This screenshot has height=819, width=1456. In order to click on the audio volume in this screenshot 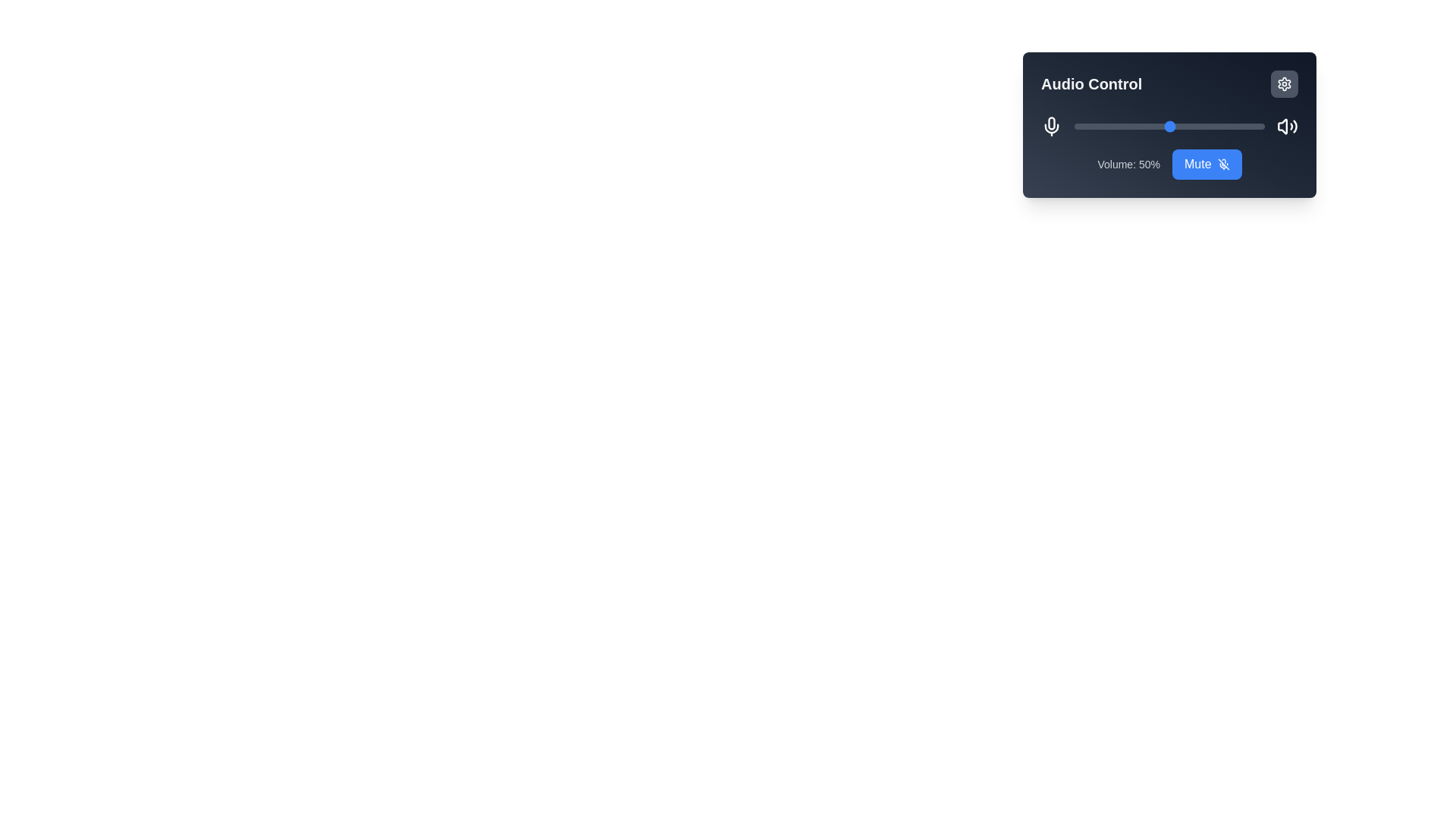, I will do `click(1163, 125)`.